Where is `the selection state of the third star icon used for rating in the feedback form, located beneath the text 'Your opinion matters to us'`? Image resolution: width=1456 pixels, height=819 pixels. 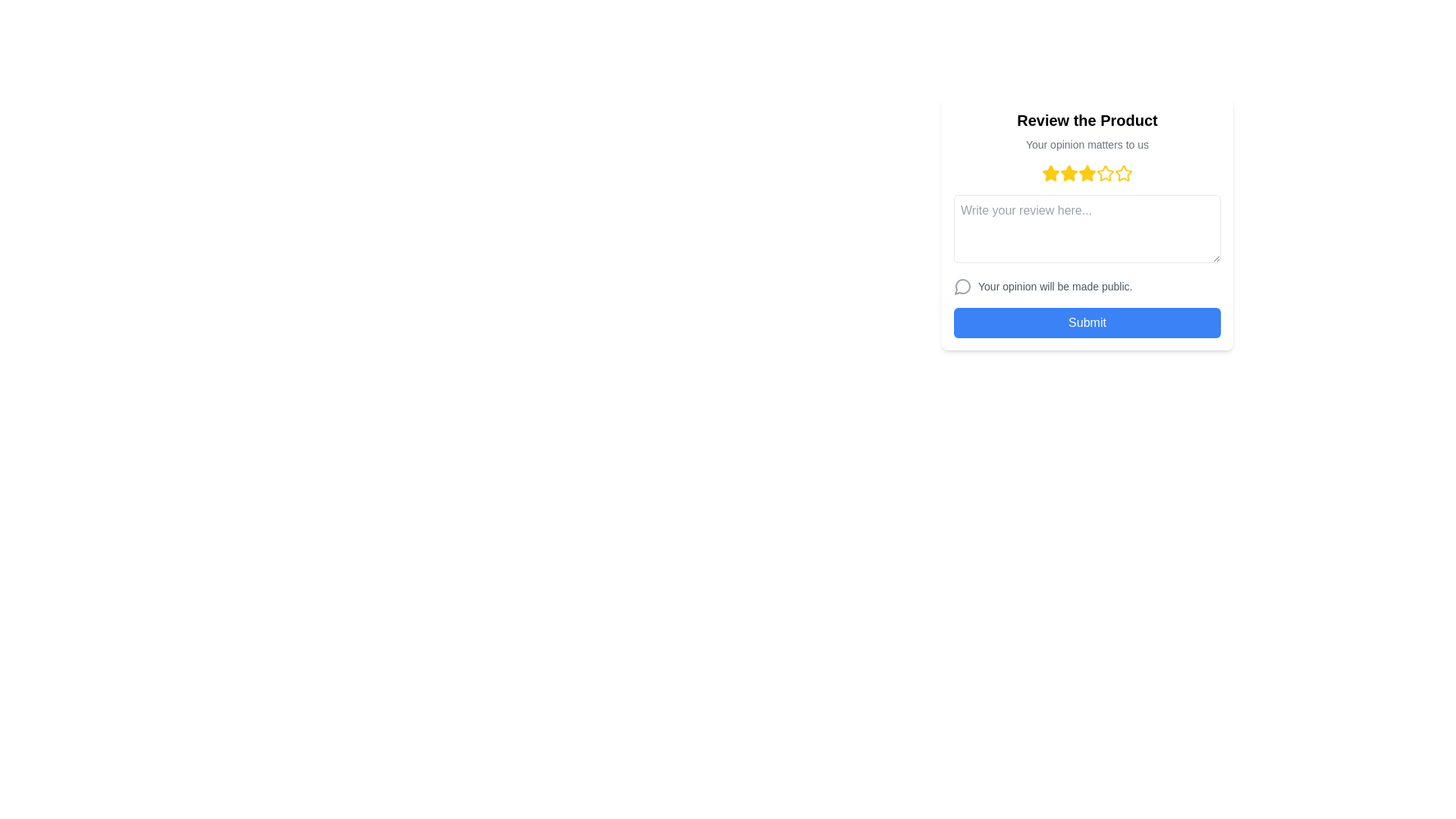
the selection state of the third star icon used for rating in the feedback form, located beneath the text 'Your opinion matters to us' is located at coordinates (1087, 172).